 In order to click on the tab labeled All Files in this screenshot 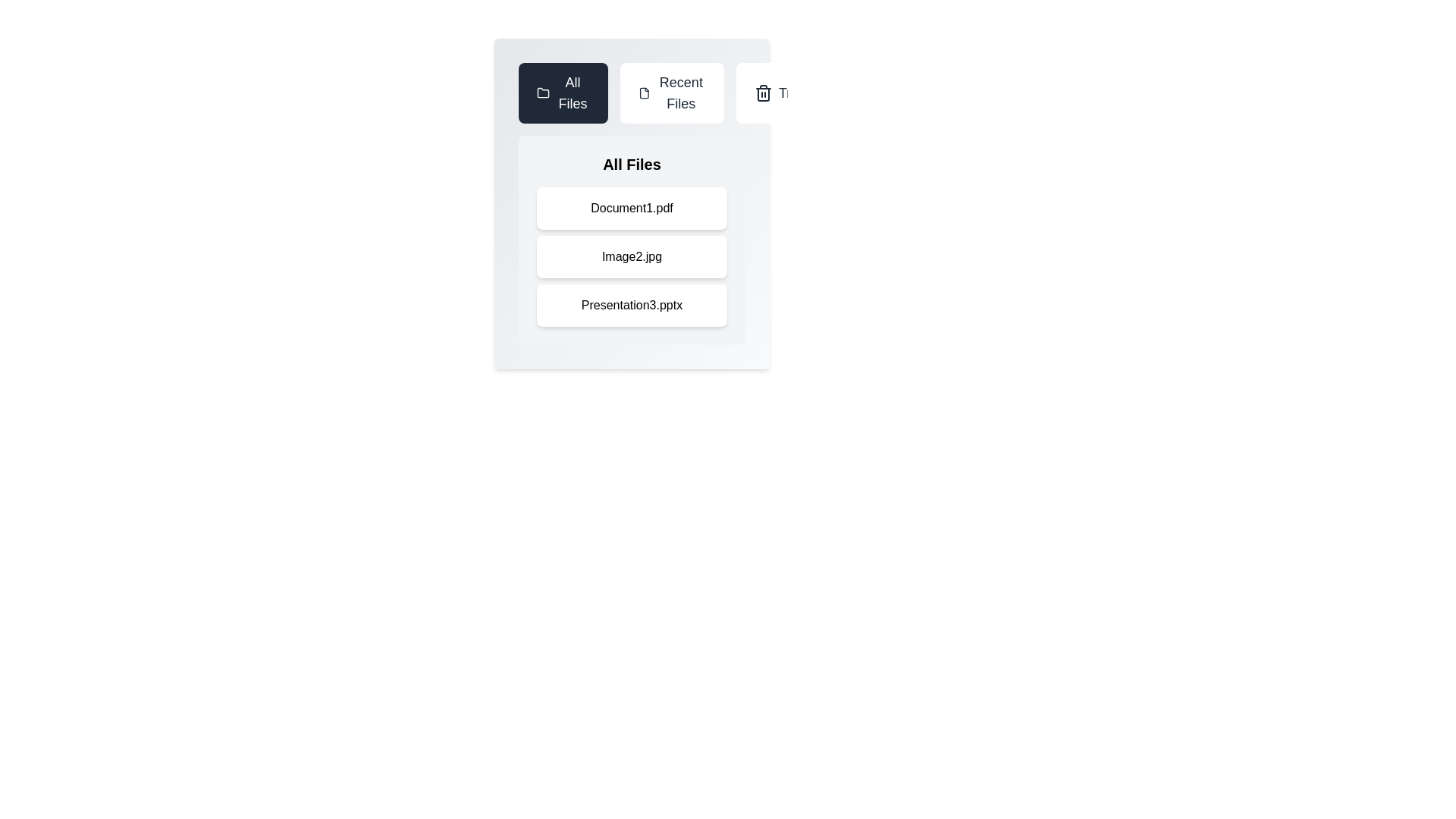, I will do `click(563, 93)`.